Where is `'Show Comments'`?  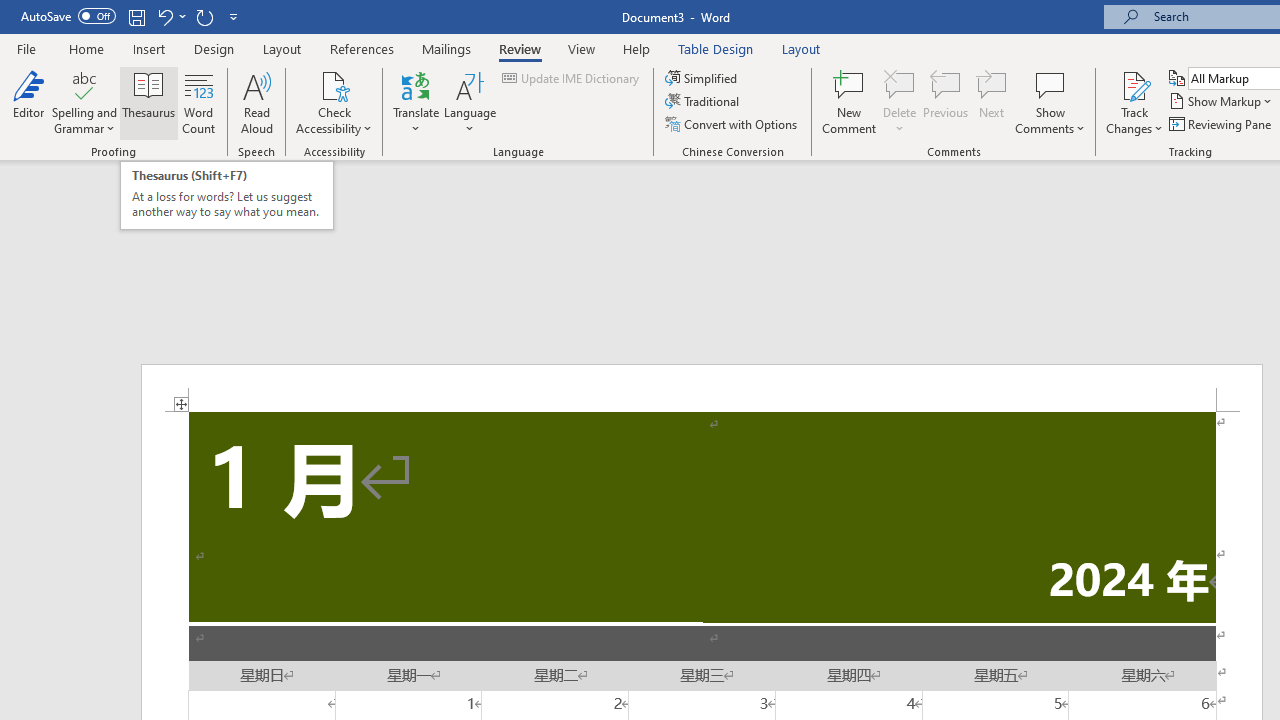 'Show Comments' is located at coordinates (1049, 103).